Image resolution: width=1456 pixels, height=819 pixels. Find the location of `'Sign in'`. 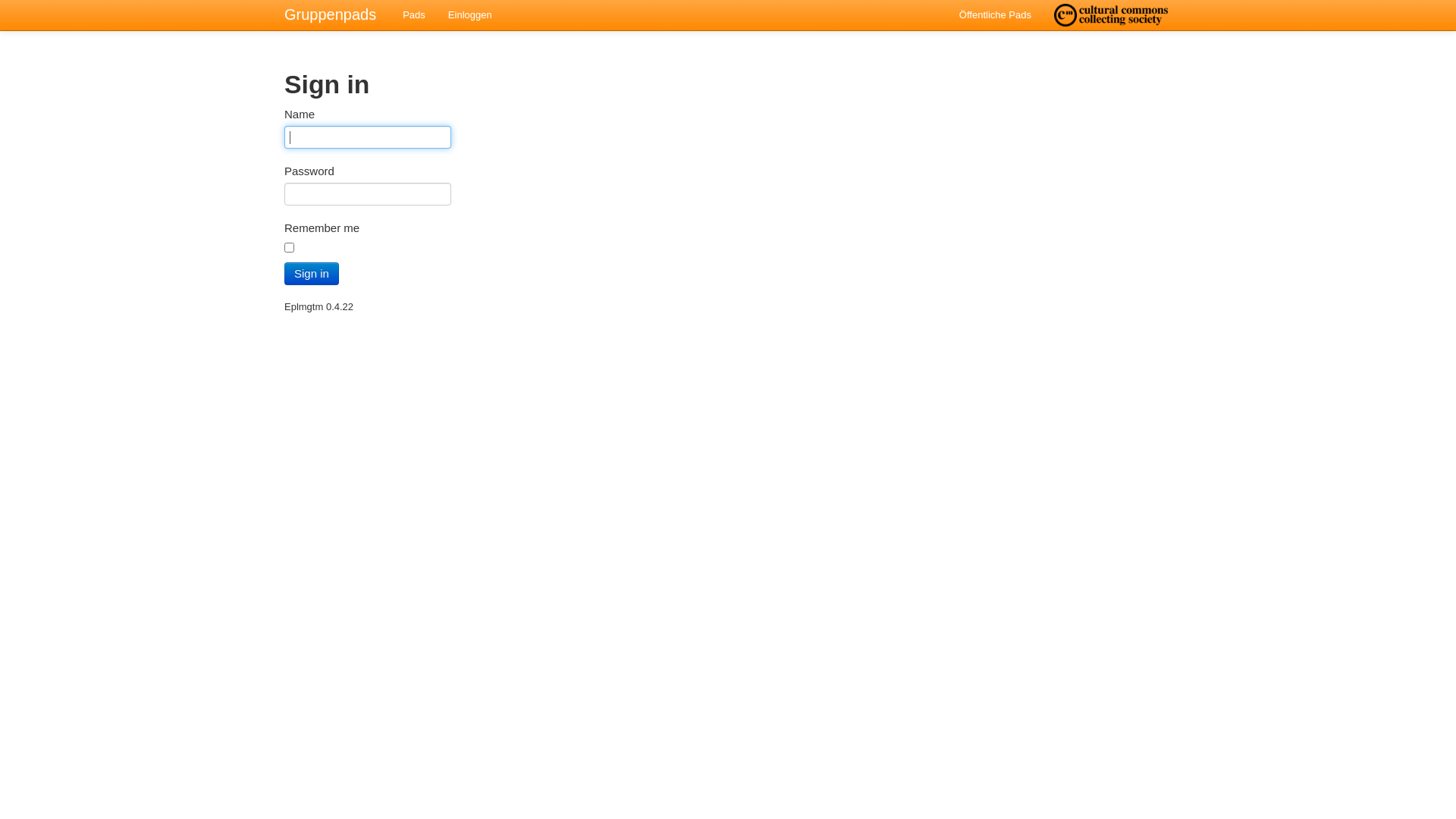

'Sign in' is located at coordinates (311, 274).